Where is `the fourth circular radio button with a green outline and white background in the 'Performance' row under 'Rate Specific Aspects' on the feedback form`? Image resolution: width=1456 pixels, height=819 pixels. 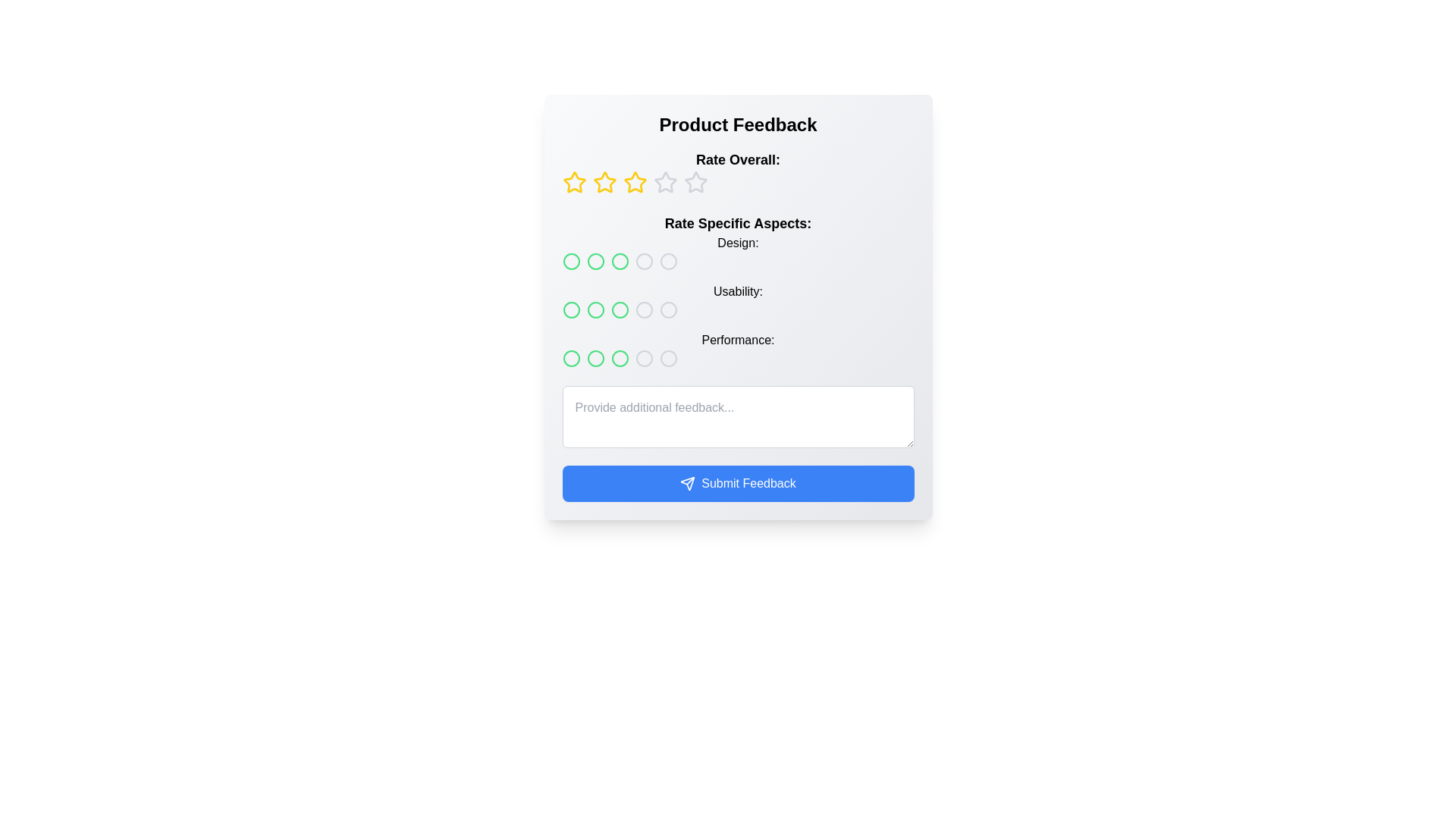
the fourth circular radio button with a green outline and white background in the 'Performance' row under 'Rate Specific Aspects' on the feedback form is located at coordinates (620, 359).